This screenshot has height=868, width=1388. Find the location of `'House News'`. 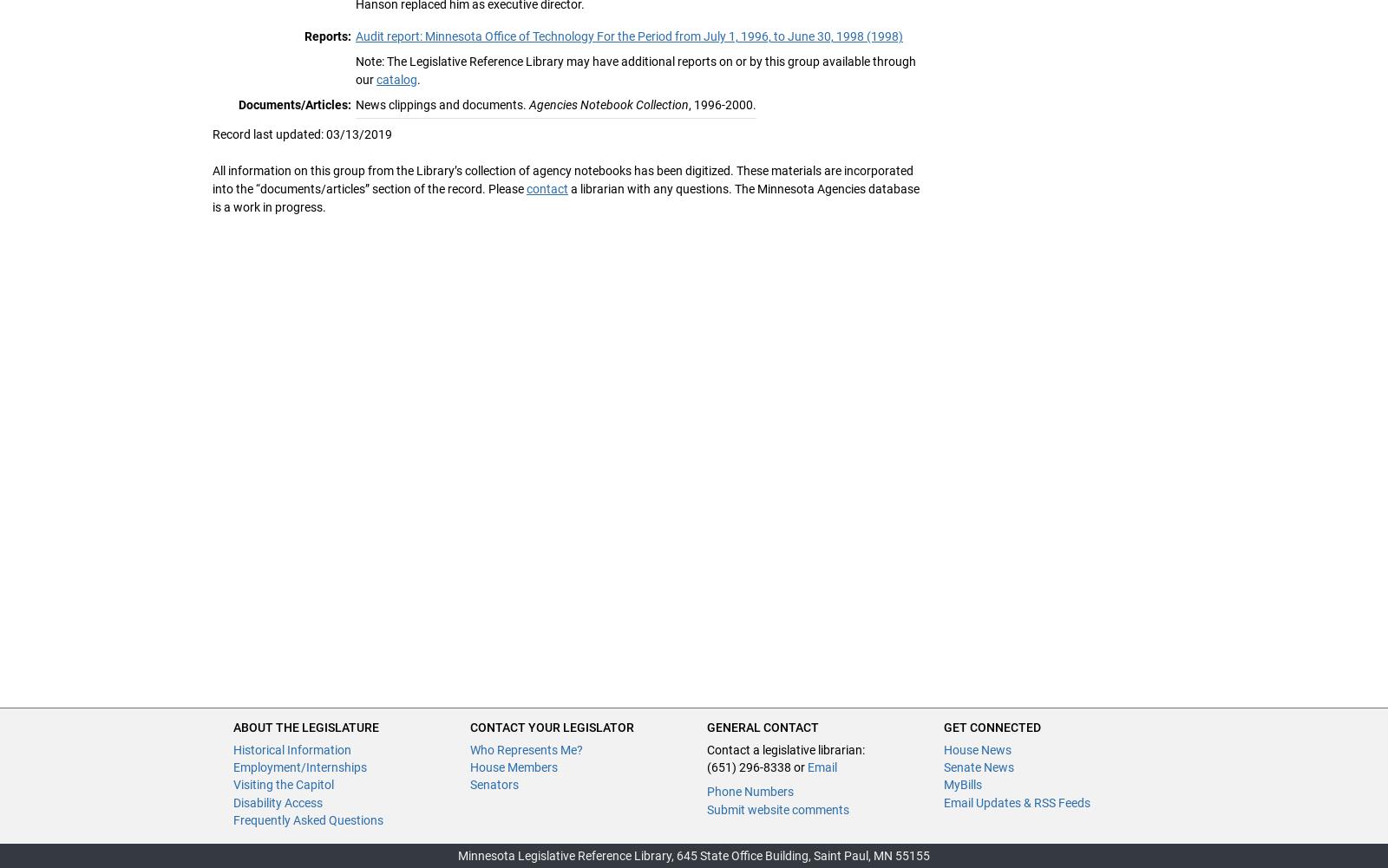

'House News' is located at coordinates (978, 748).